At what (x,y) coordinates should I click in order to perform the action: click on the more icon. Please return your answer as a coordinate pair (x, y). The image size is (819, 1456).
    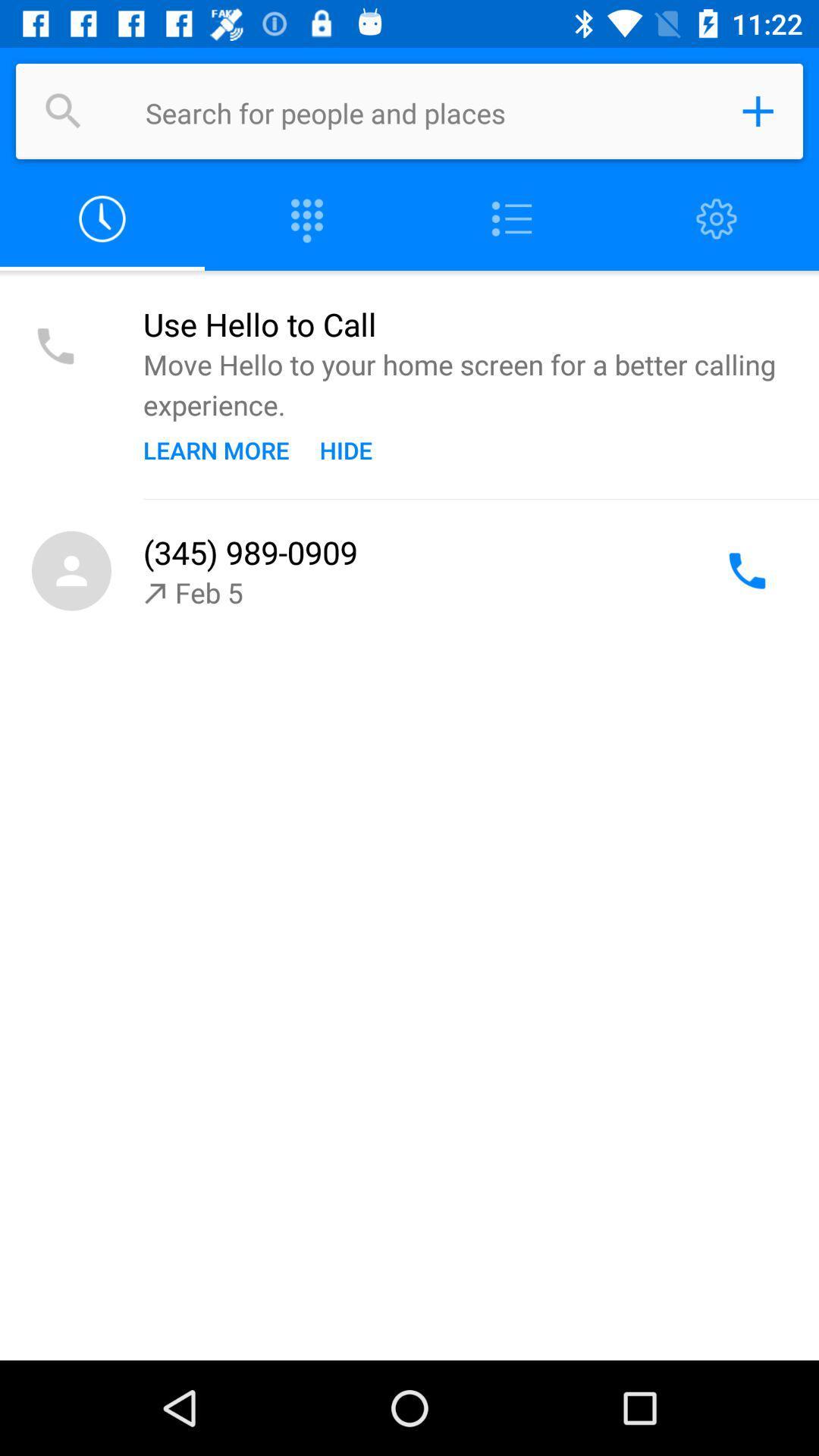
    Looking at the image, I should click on (307, 218).